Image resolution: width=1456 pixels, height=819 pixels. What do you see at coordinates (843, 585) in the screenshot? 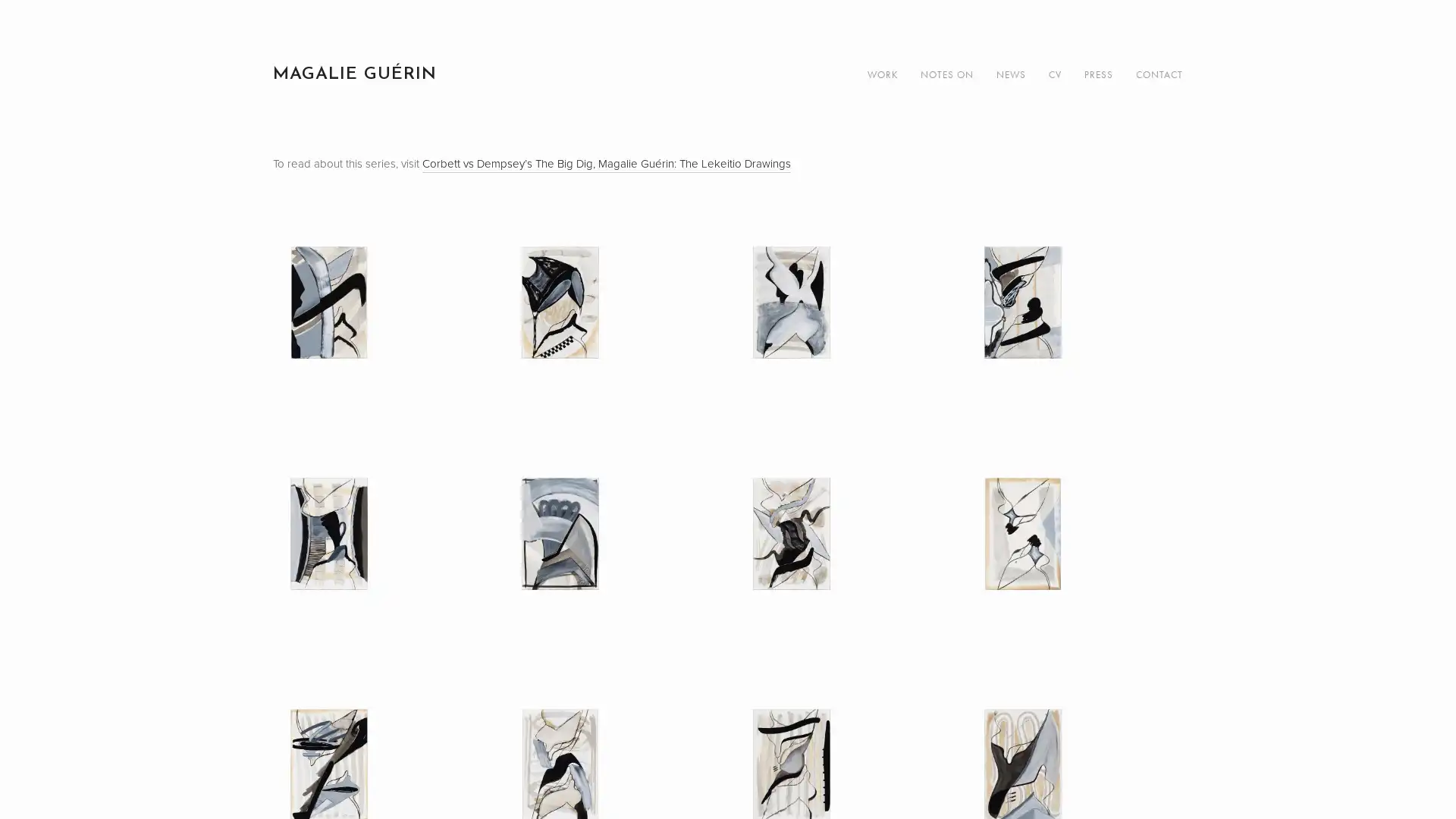
I see `View fullsize Untitled (LK 07), 2019` at bounding box center [843, 585].